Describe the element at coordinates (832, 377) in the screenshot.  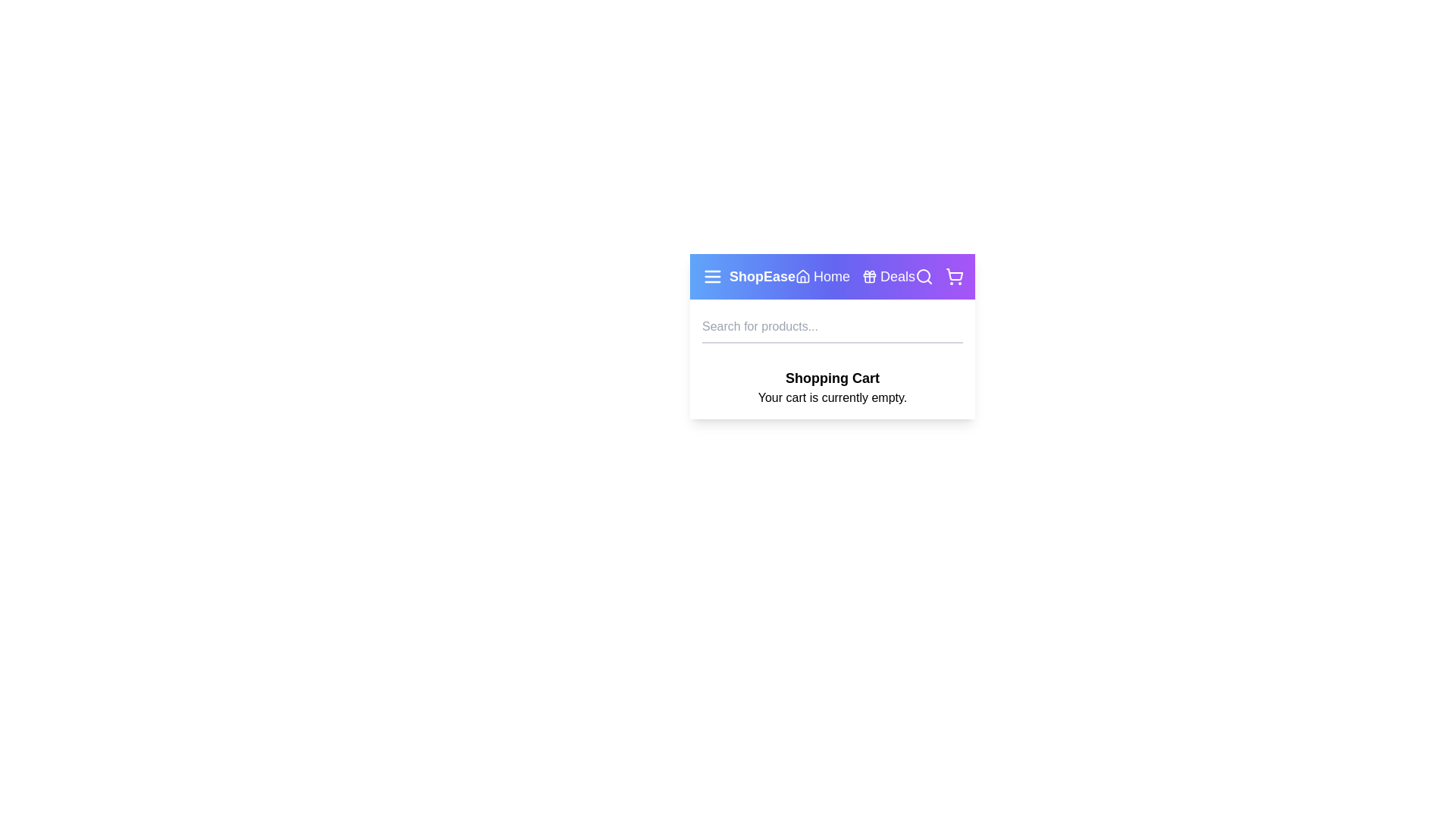
I see `the 'Shopping Cart' text to toggle the visibility of the shopping cart section` at that location.